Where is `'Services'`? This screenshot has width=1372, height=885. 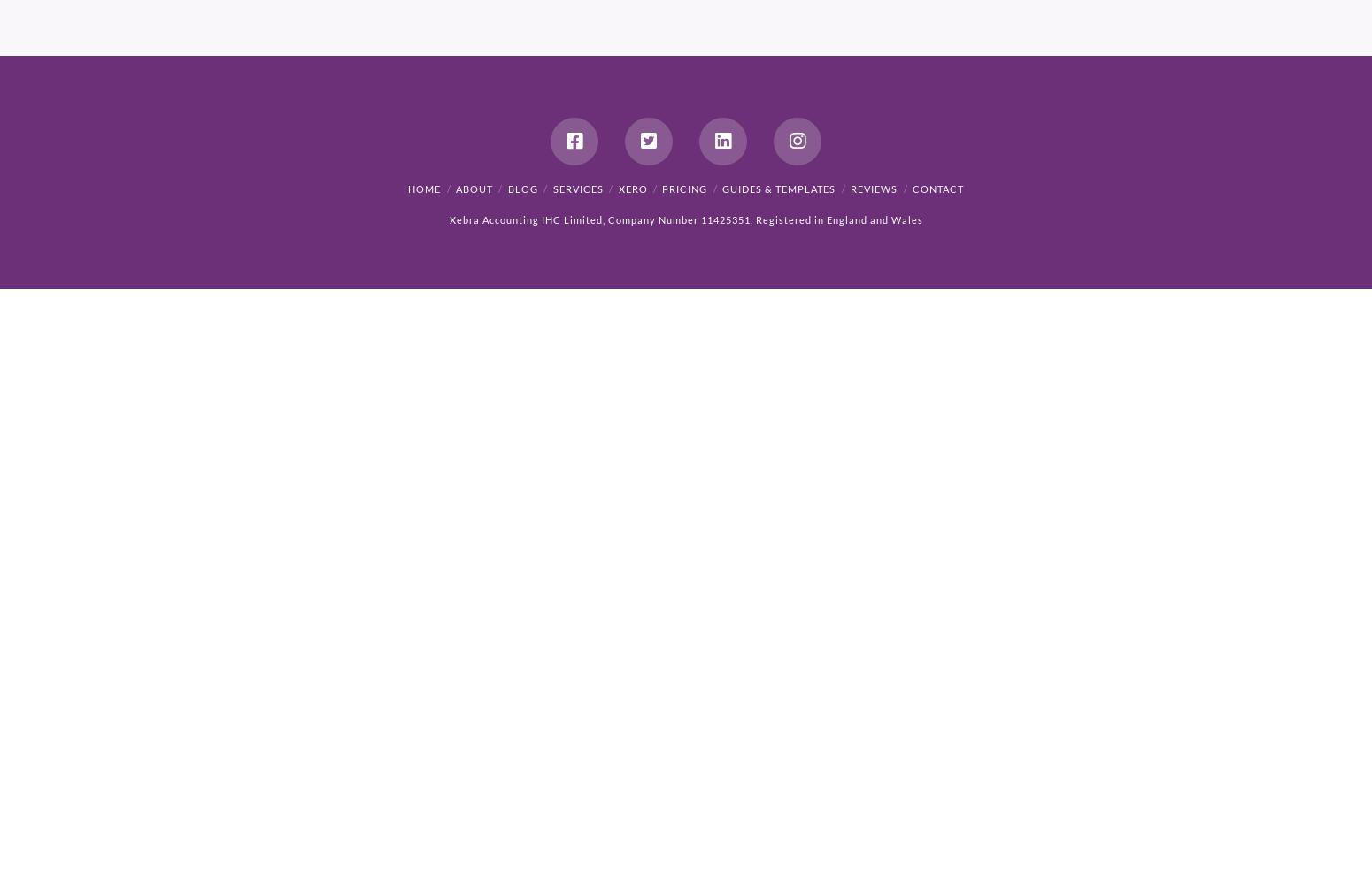 'Services' is located at coordinates (551, 188).